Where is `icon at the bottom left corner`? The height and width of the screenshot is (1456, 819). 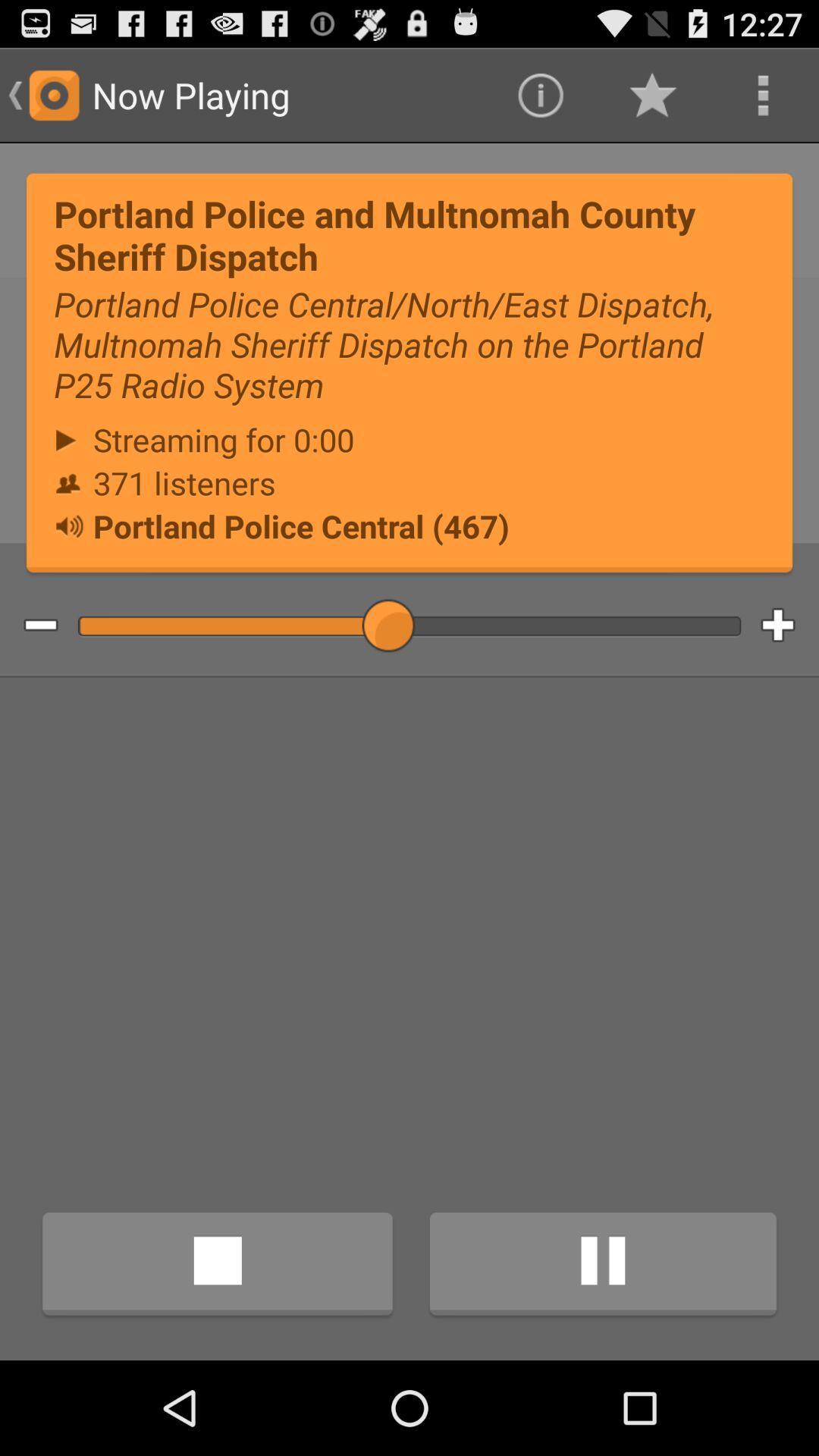 icon at the bottom left corner is located at coordinates (217, 1266).